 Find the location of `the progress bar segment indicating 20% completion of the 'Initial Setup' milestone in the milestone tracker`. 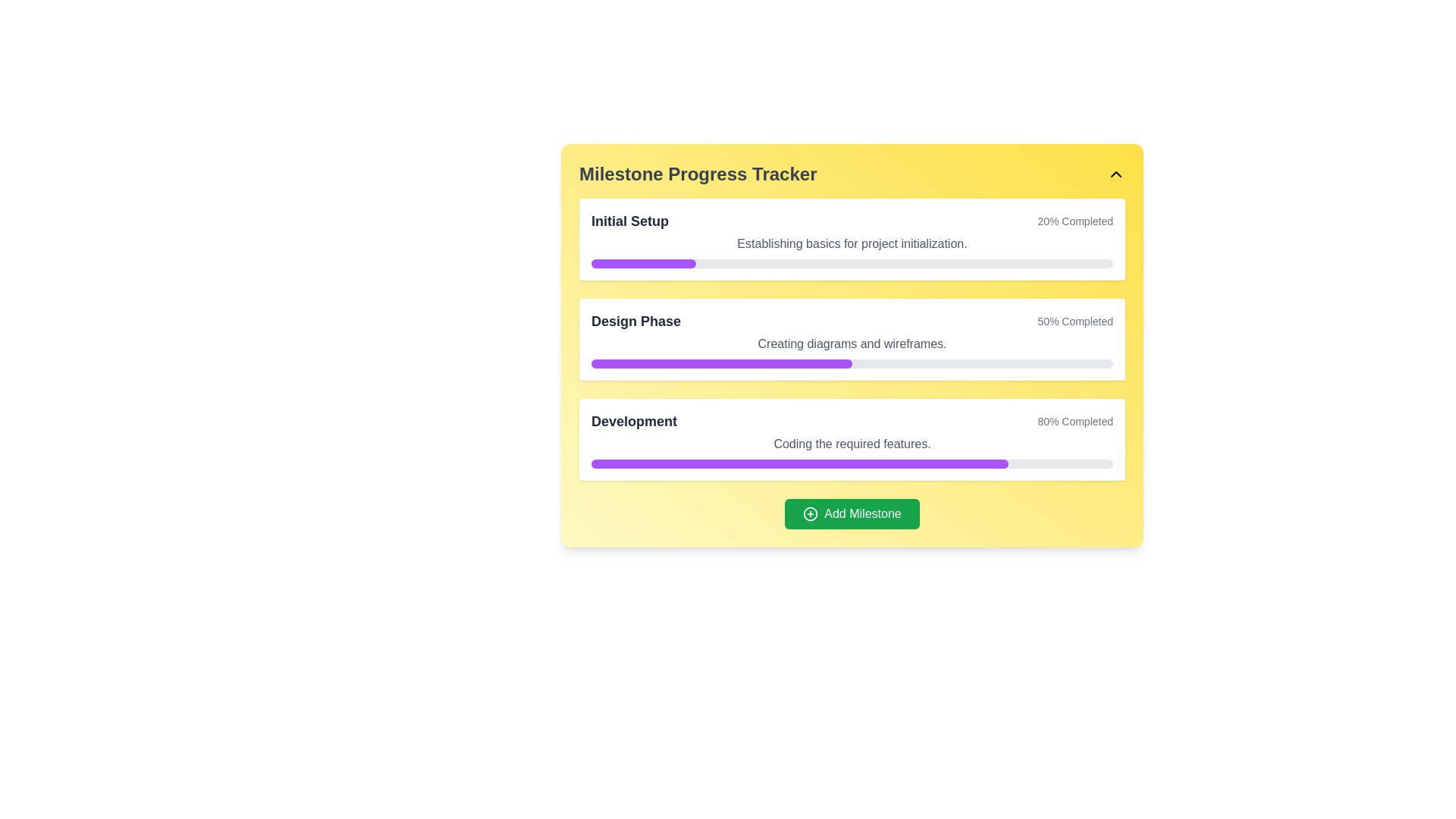

the progress bar segment indicating 20% completion of the 'Initial Setup' milestone in the milestone tracker is located at coordinates (643, 262).